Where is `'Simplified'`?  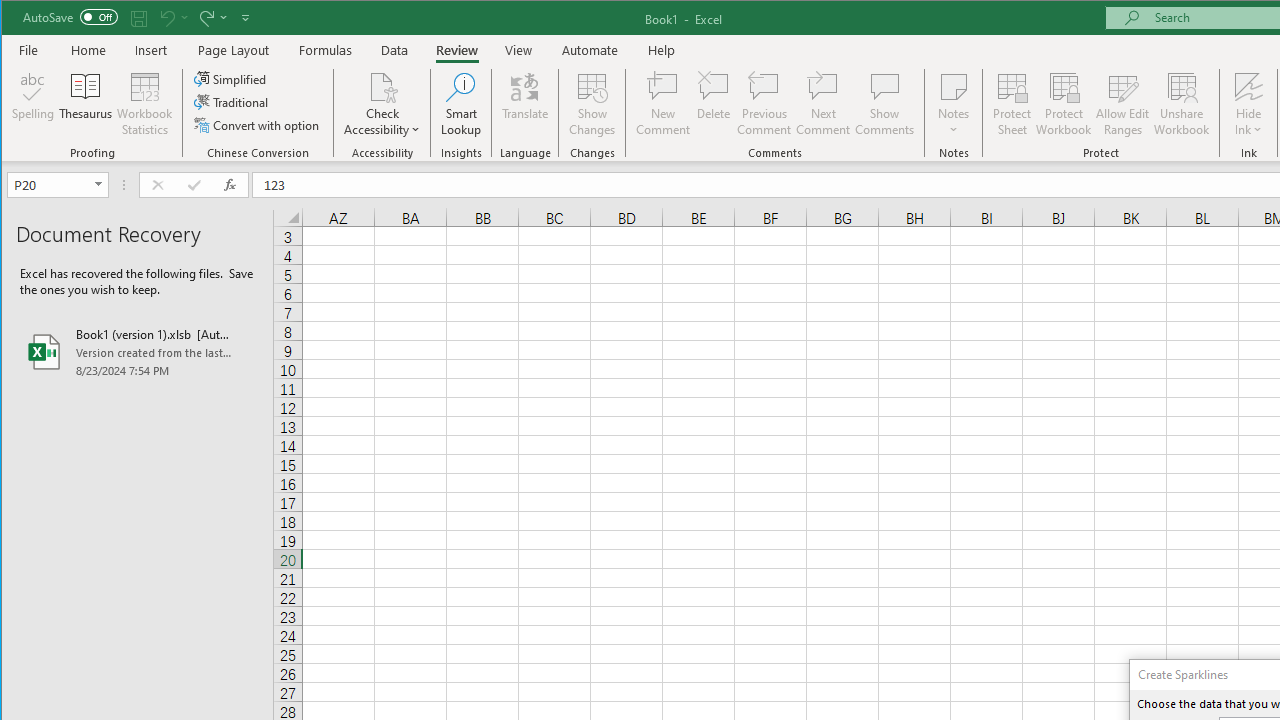
'Simplified' is located at coordinates (231, 78).